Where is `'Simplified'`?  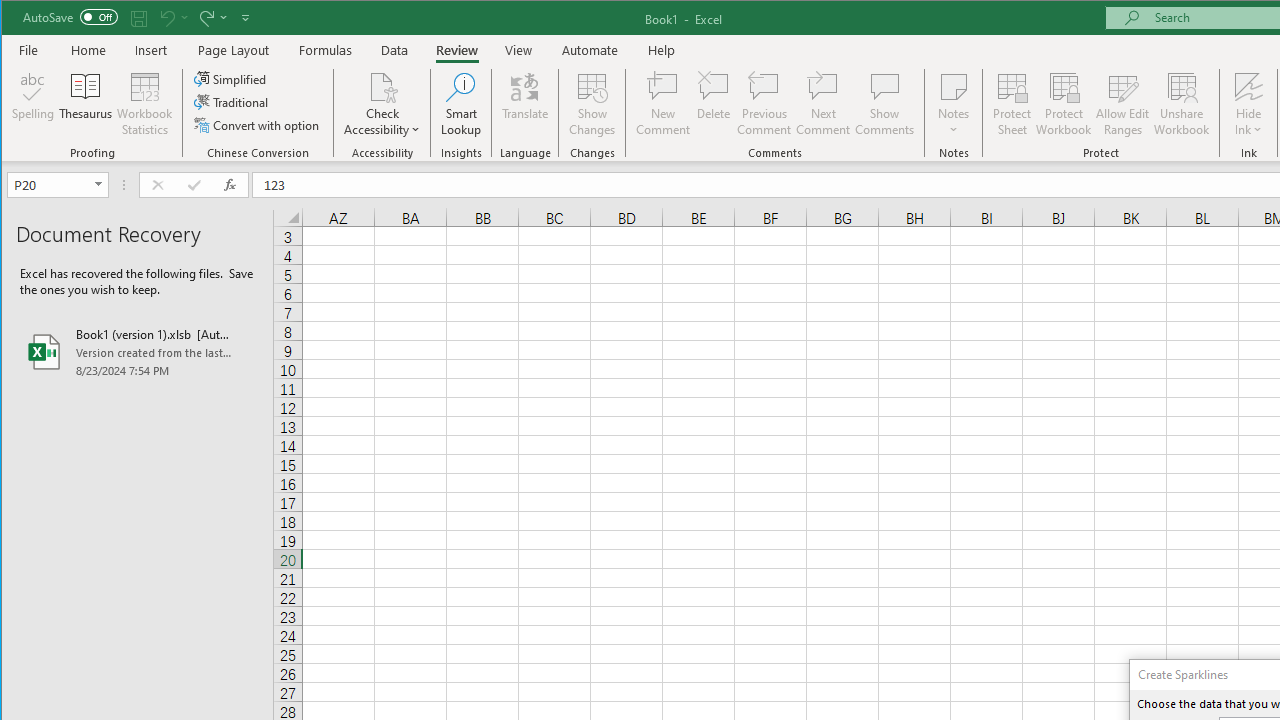
'Simplified' is located at coordinates (231, 78).